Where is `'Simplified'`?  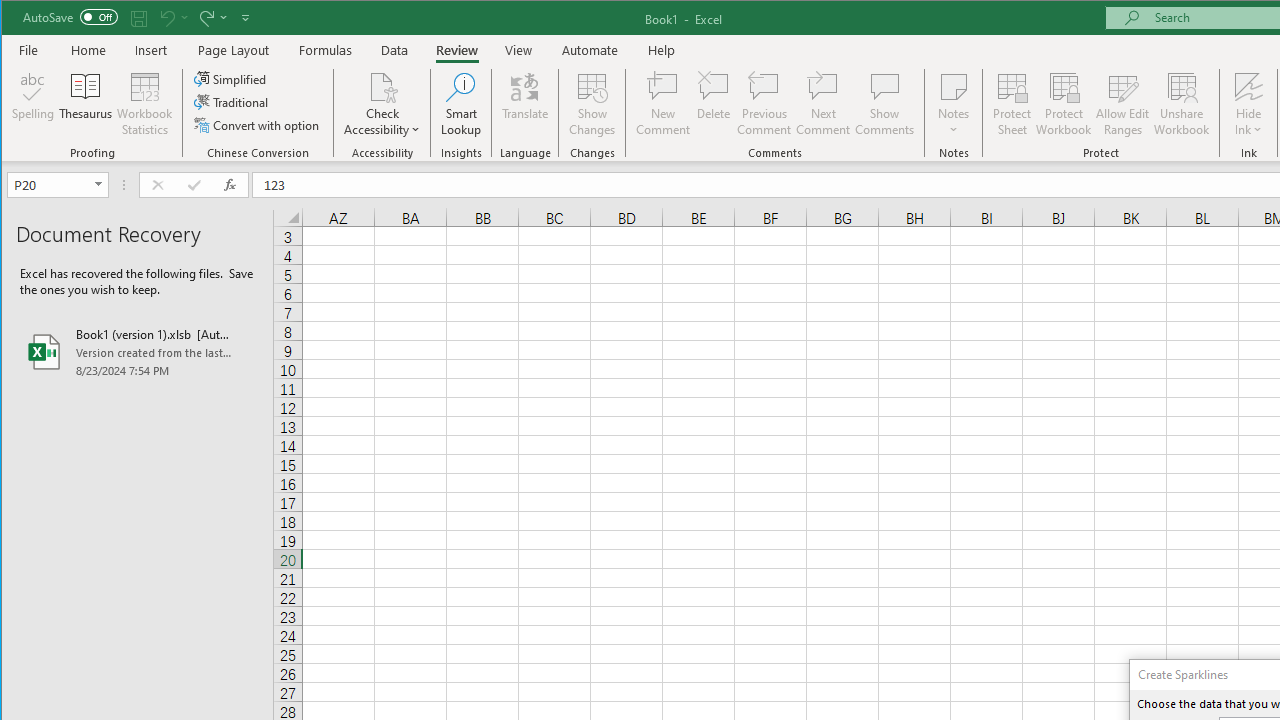
'Simplified' is located at coordinates (231, 78).